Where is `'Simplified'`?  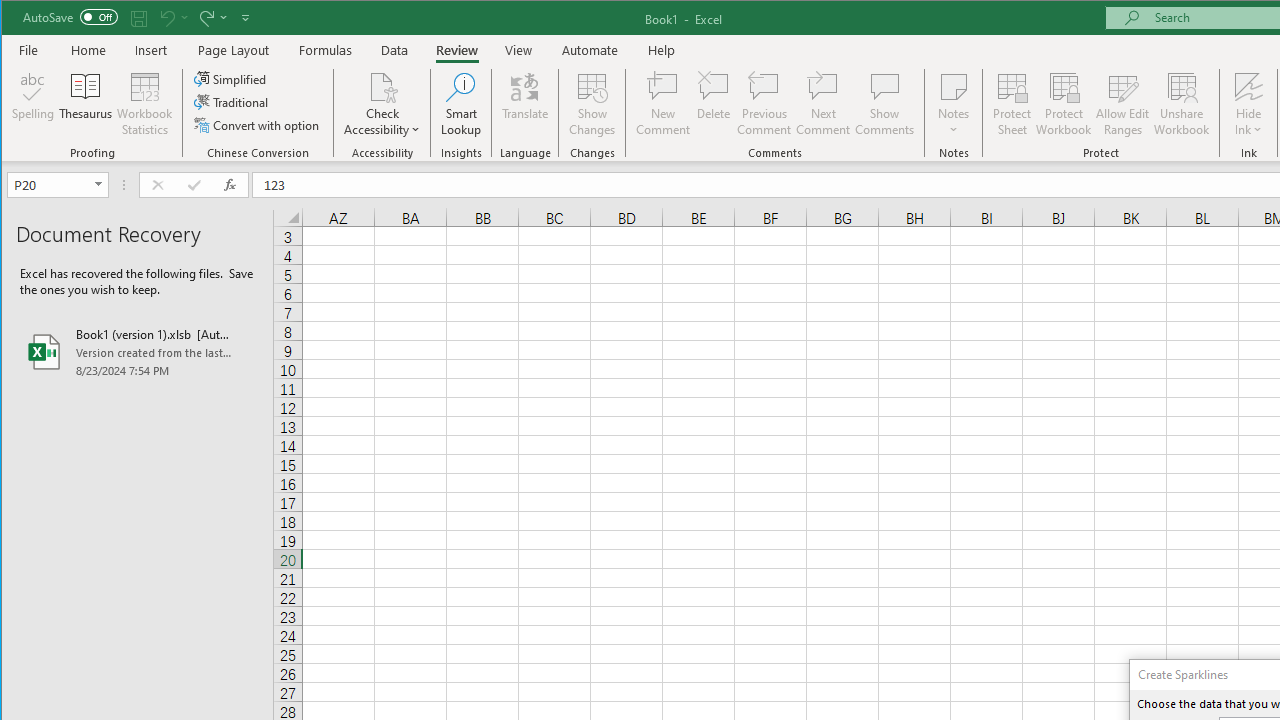
'Simplified' is located at coordinates (231, 78).